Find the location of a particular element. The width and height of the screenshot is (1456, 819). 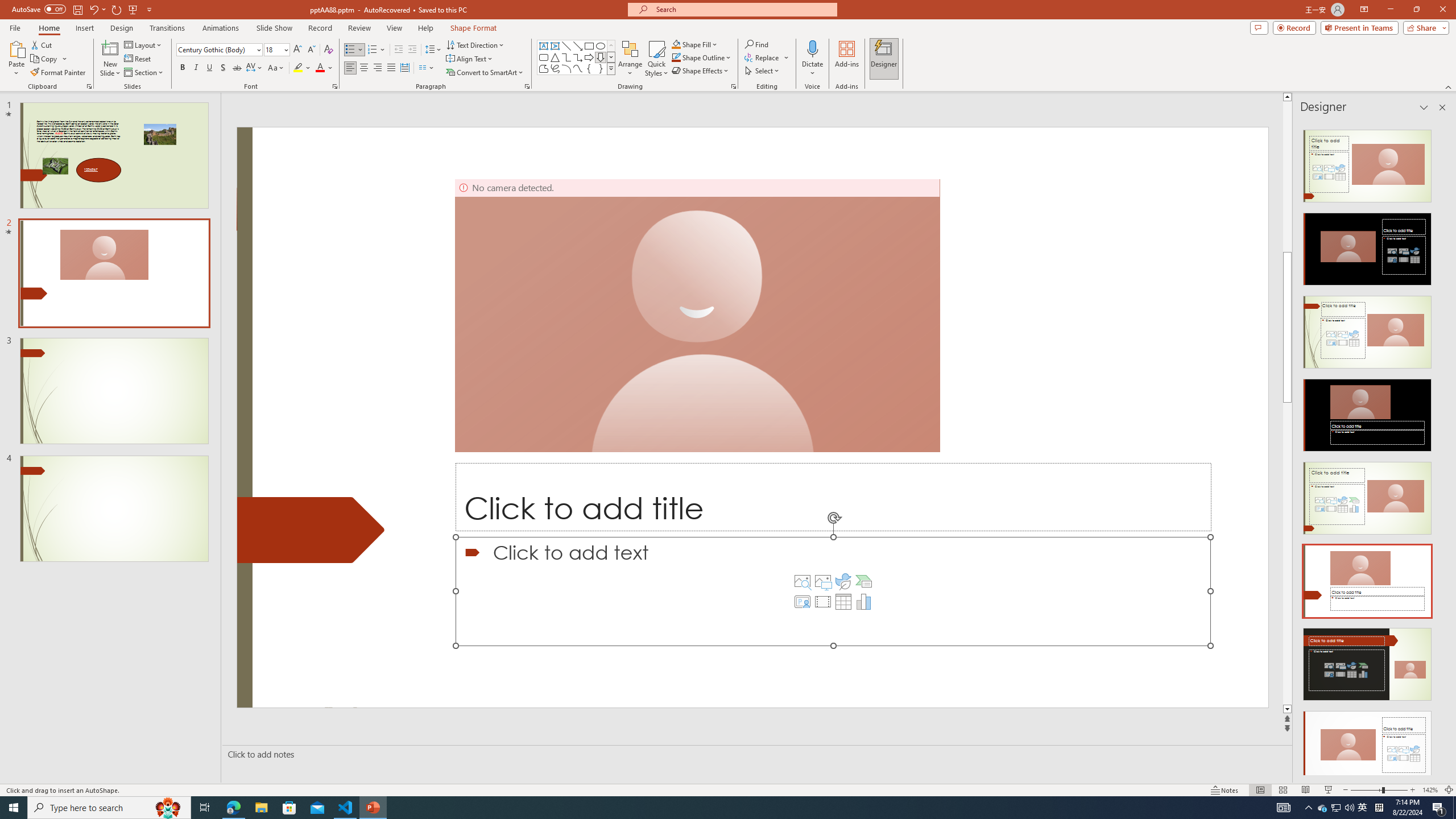

'Shape Format' is located at coordinates (473, 28).